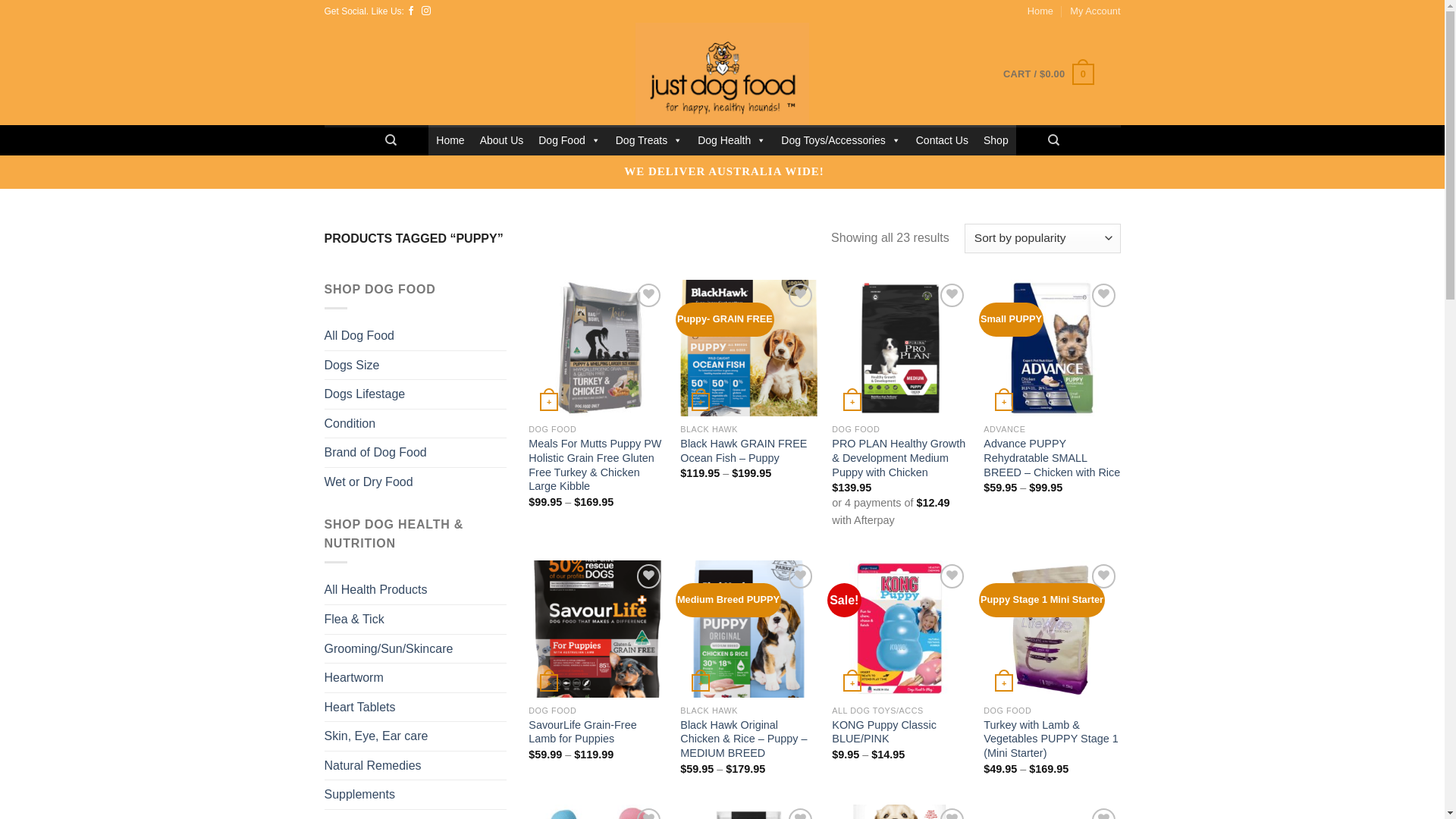 This screenshot has width=1456, height=819. Describe the element at coordinates (349, 424) in the screenshot. I see `'Condition'` at that location.